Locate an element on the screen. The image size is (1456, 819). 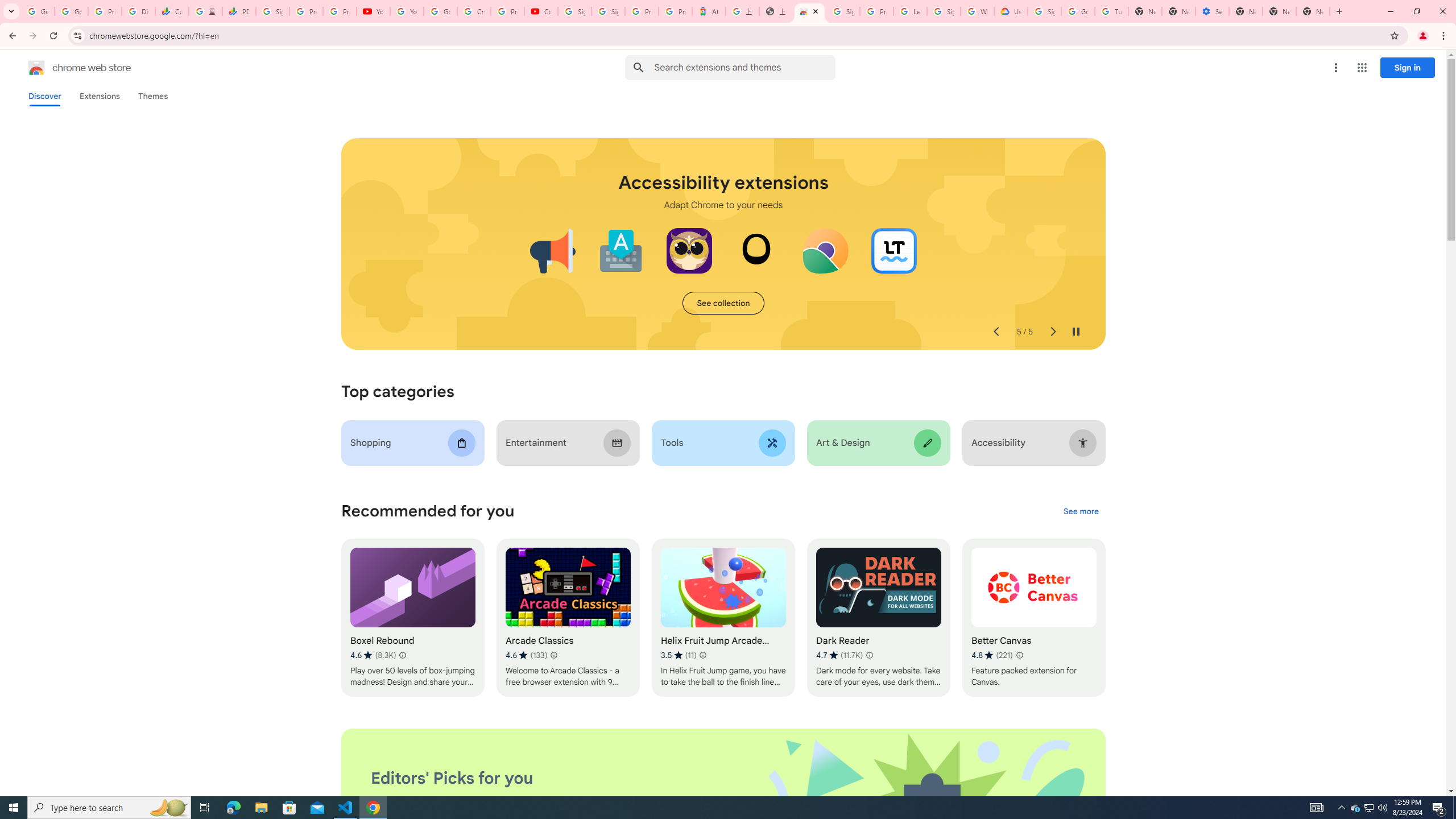
'Minimize' is located at coordinates (1389, 11).